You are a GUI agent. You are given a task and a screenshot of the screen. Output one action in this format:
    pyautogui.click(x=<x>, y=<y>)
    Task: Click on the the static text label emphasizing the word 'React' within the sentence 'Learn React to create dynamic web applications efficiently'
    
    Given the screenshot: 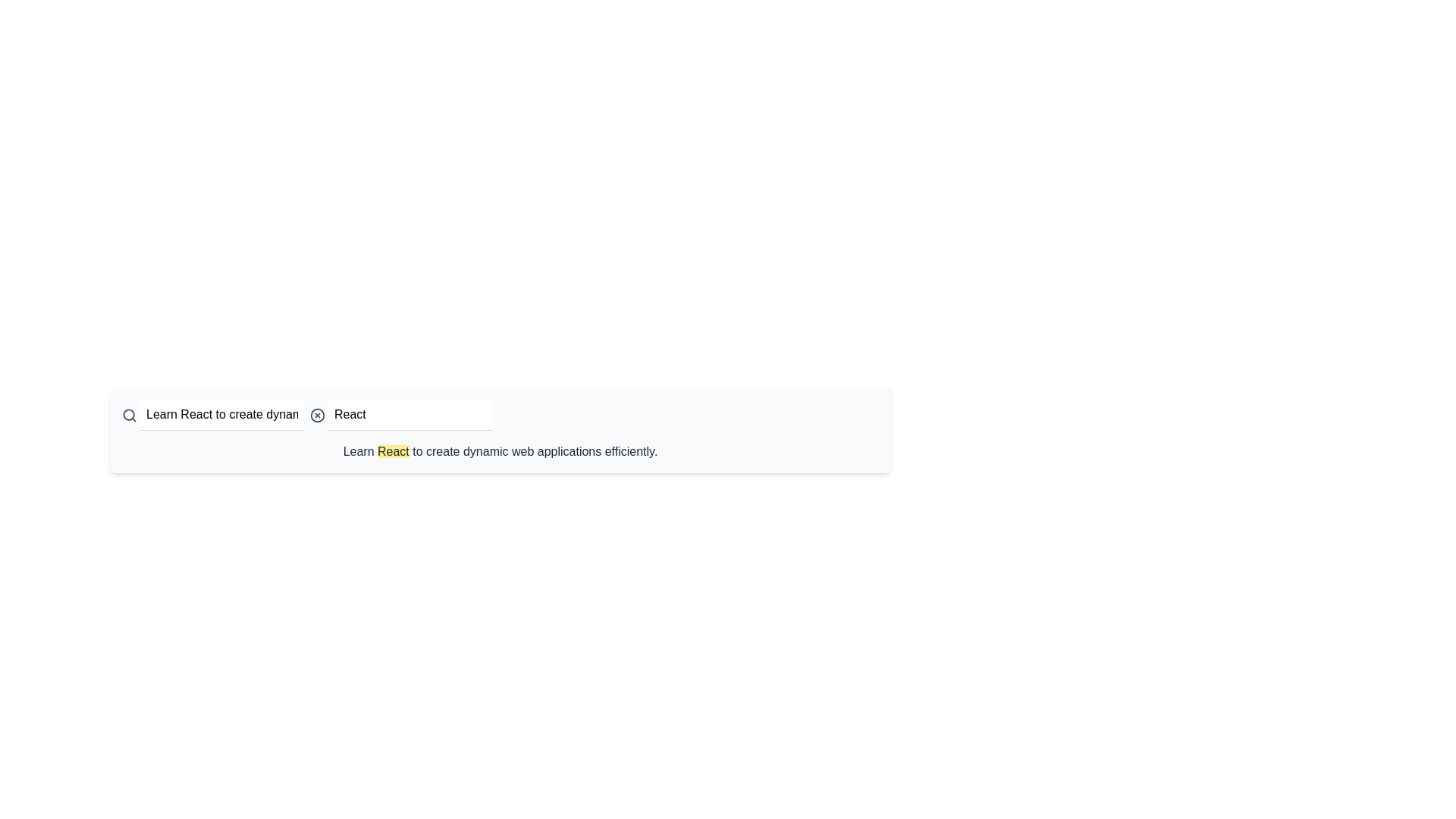 What is the action you would take?
    pyautogui.click(x=393, y=450)
    